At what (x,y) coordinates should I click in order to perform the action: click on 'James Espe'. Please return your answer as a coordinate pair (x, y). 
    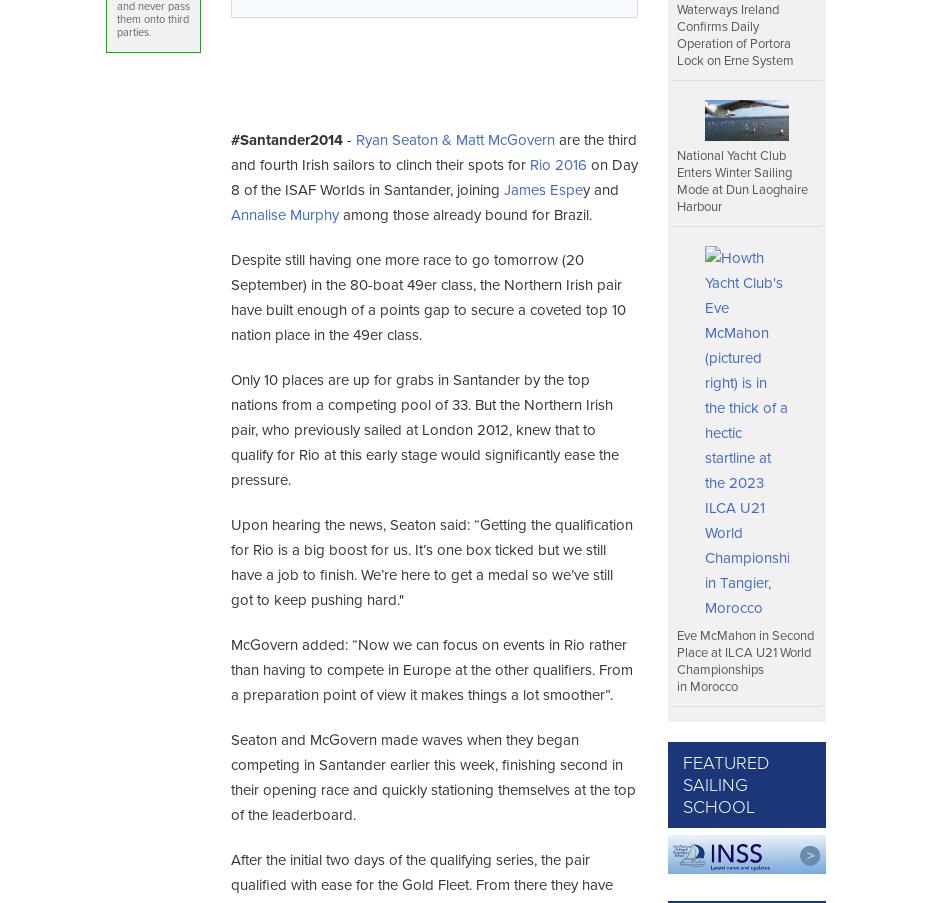
    Looking at the image, I should click on (541, 188).